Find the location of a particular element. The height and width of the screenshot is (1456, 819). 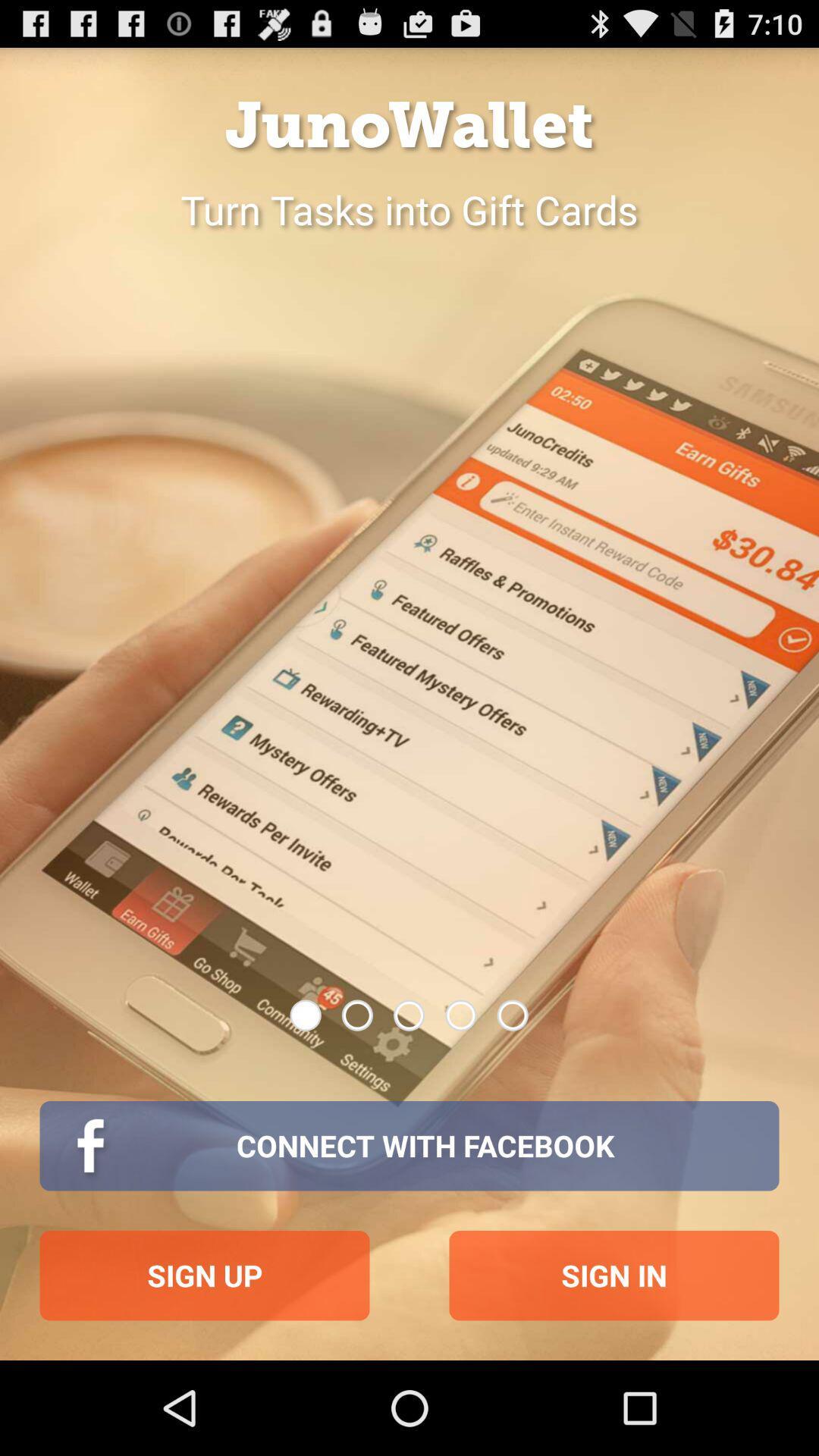

the connect with facebook button is located at coordinates (409, 1146).